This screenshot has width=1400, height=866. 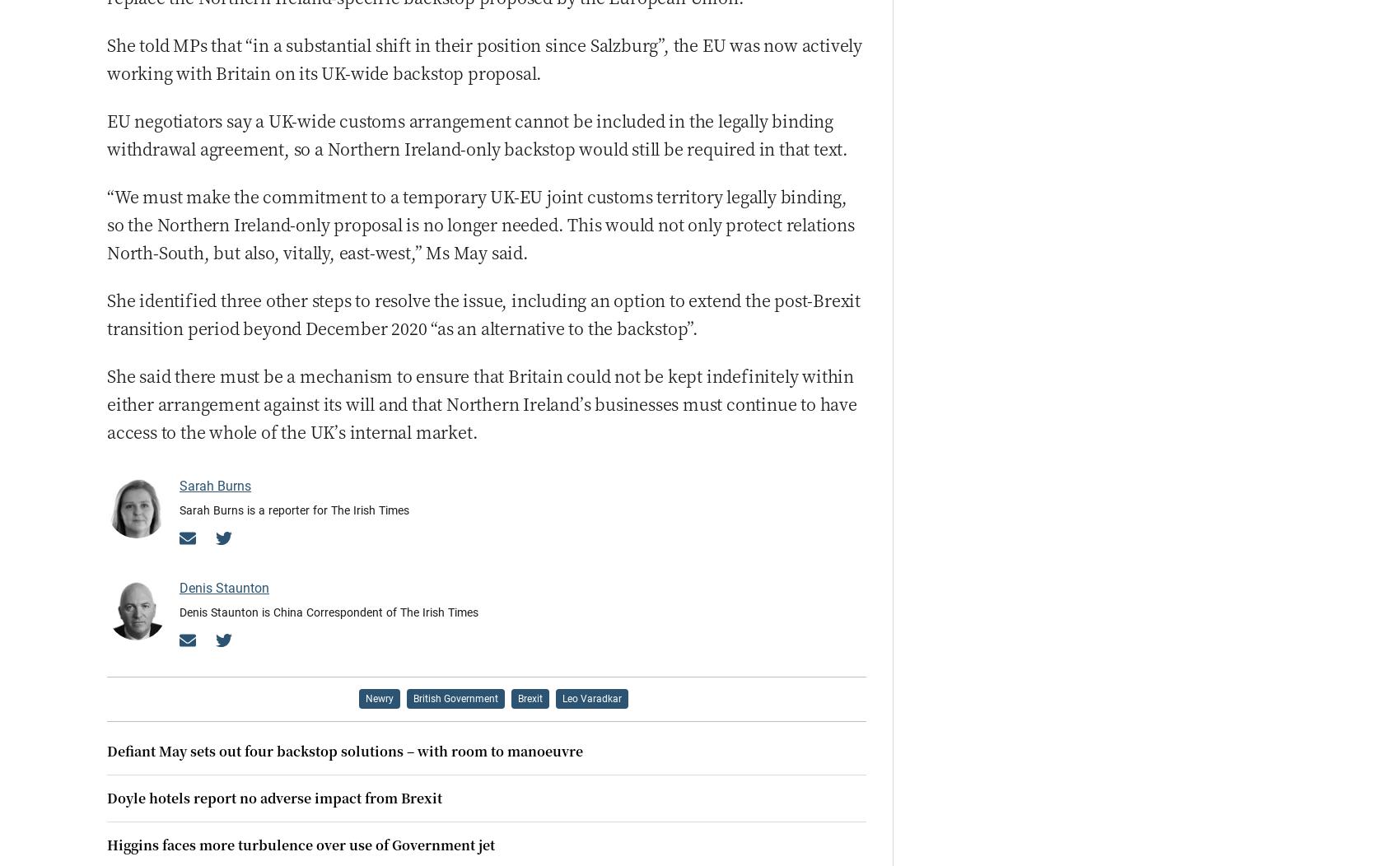 I want to click on 'Higgins faces more turbulence over use of Government jet', so click(x=300, y=843).